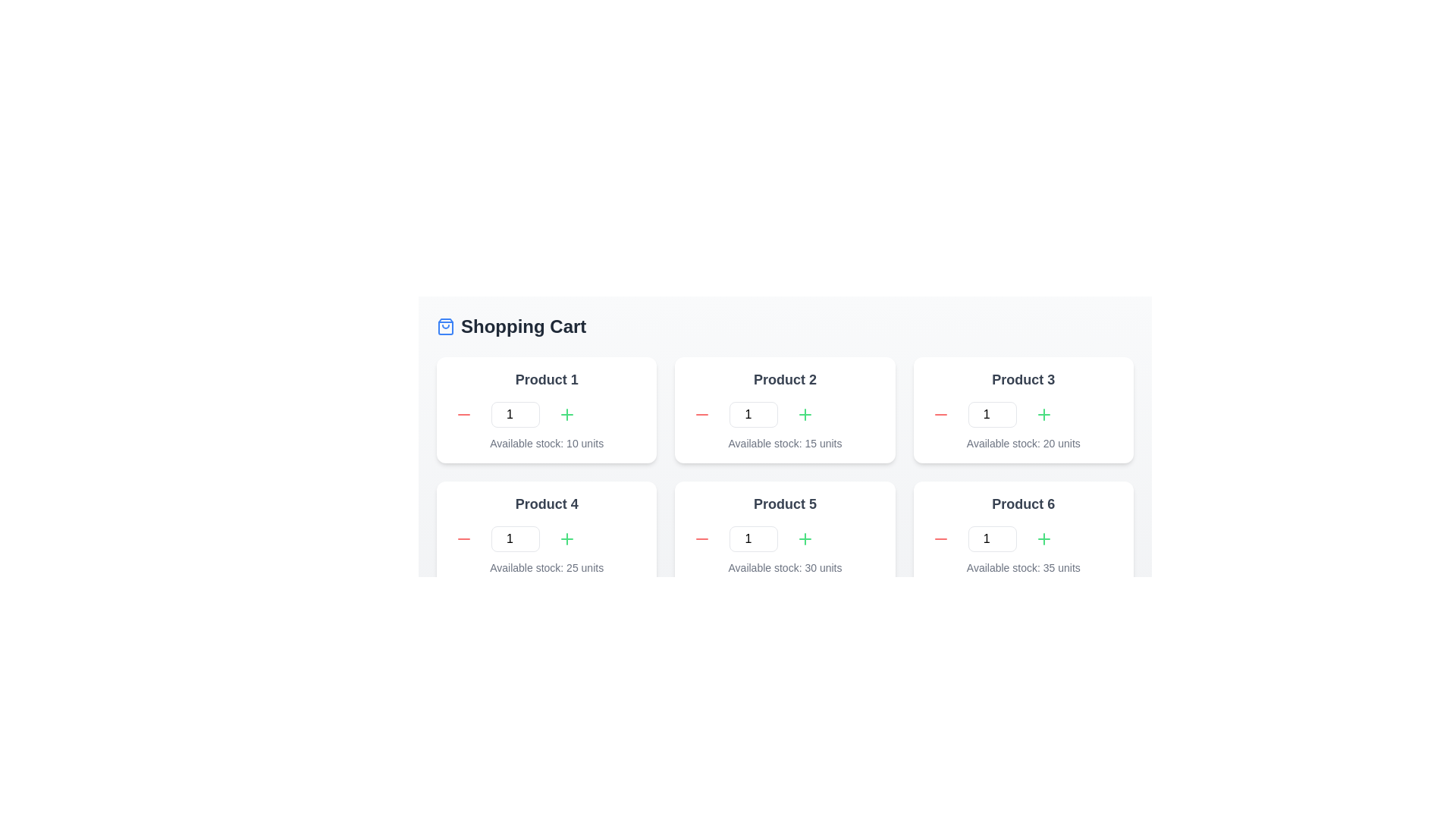 This screenshot has height=819, width=1456. Describe the element at coordinates (1023, 415) in the screenshot. I see `the quantity selector buttons for 'Product 3'` at that location.